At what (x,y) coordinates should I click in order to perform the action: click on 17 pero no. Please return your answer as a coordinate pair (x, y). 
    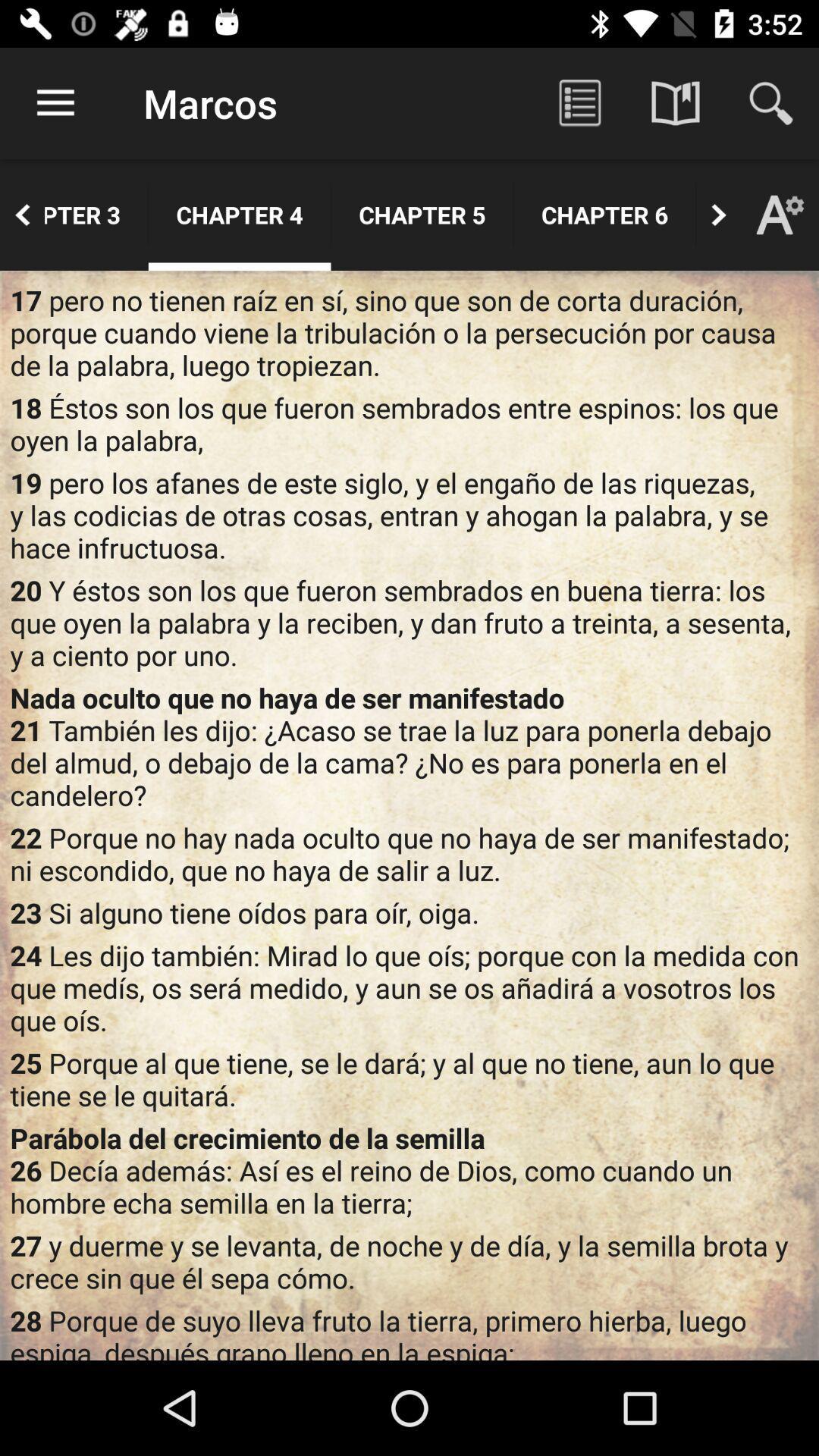
    Looking at the image, I should click on (409, 331).